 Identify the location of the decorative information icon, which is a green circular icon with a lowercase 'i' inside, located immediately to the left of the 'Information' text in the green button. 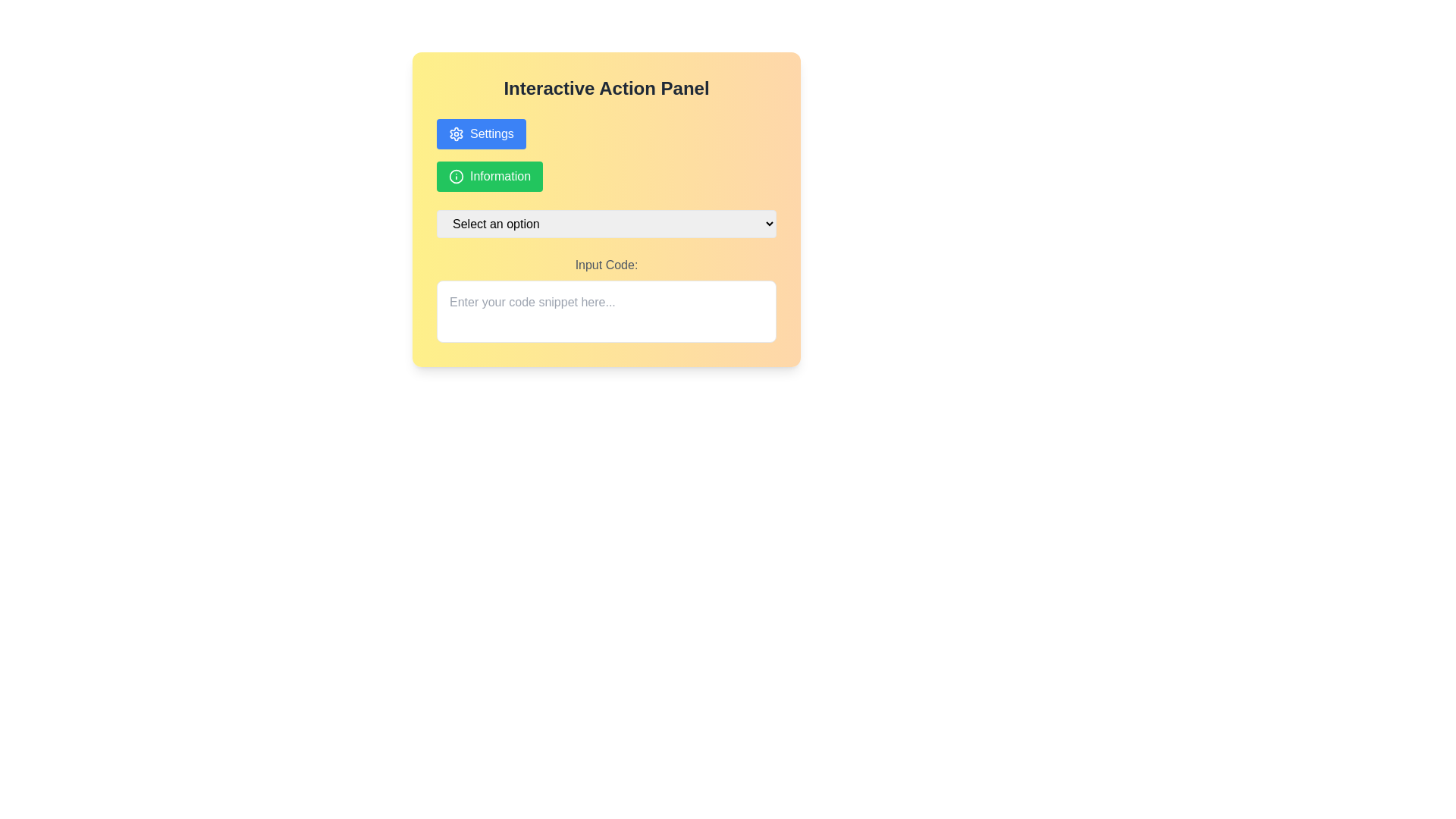
(455, 175).